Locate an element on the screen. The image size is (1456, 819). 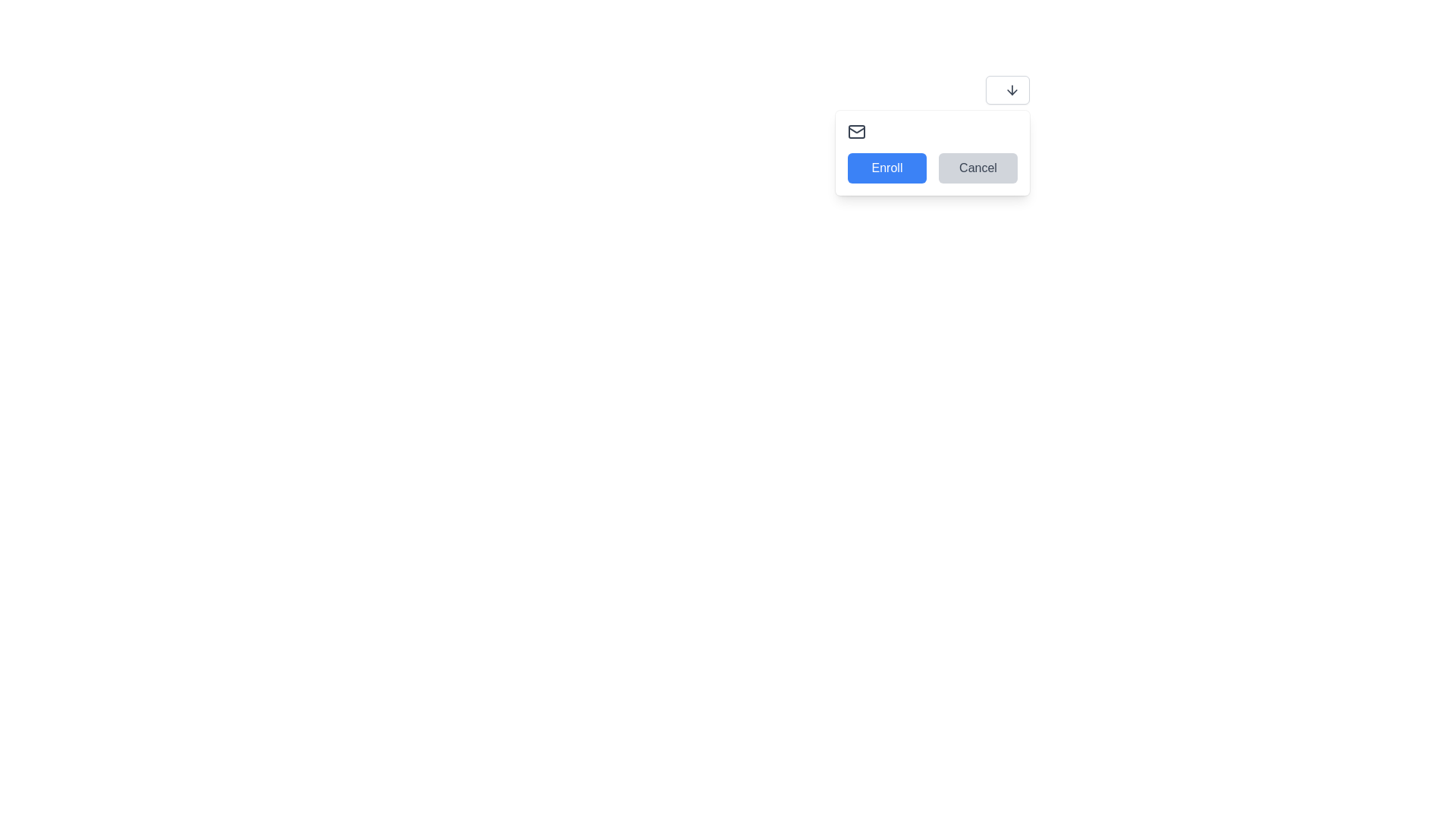
the SVG rectangle that resembles an envelope, which is part of a mail icon positioned slightly left of the center of the dialog box is located at coordinates (856, 130).